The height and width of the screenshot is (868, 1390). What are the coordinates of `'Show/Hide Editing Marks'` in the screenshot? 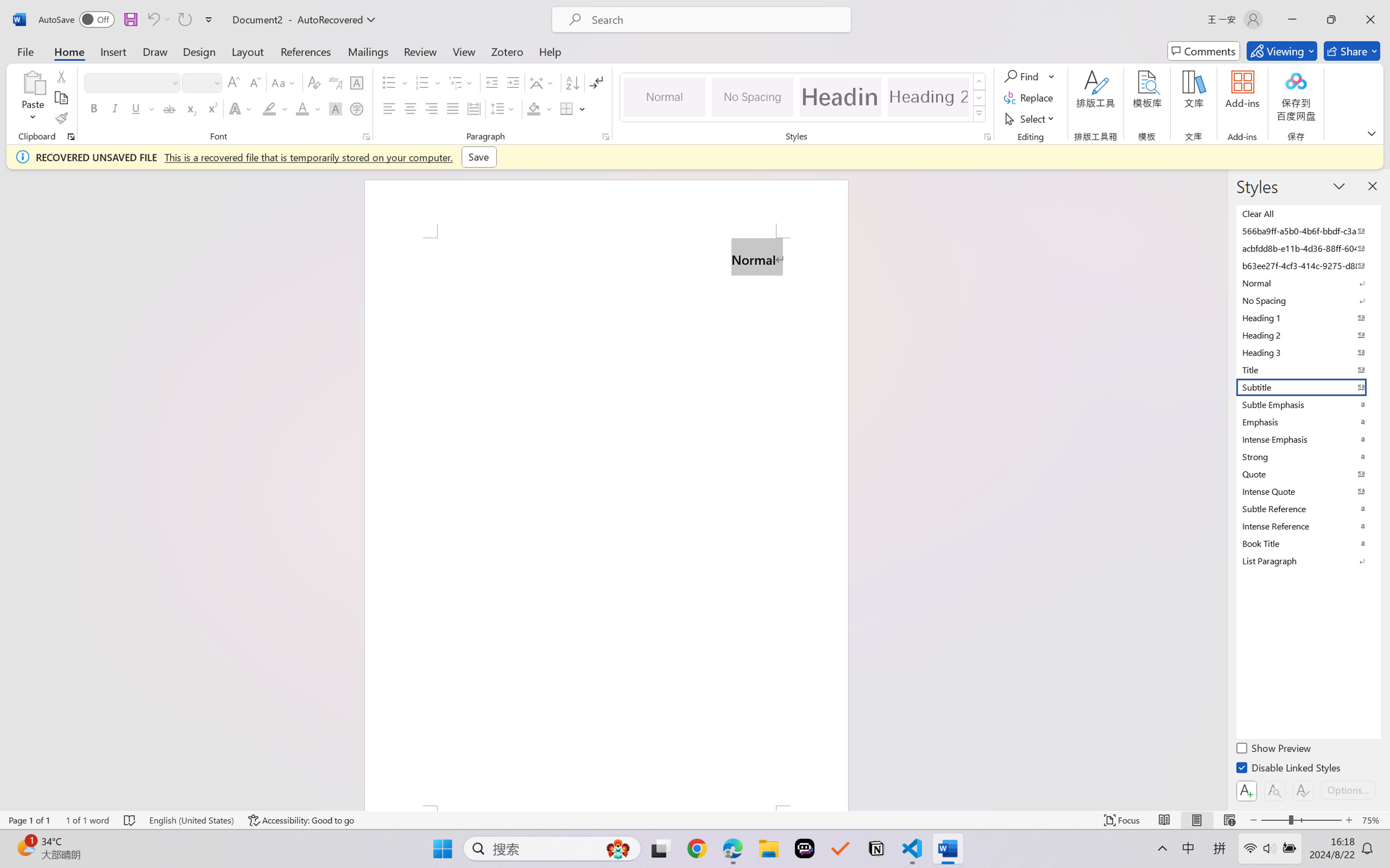 It's located at (596, 83).